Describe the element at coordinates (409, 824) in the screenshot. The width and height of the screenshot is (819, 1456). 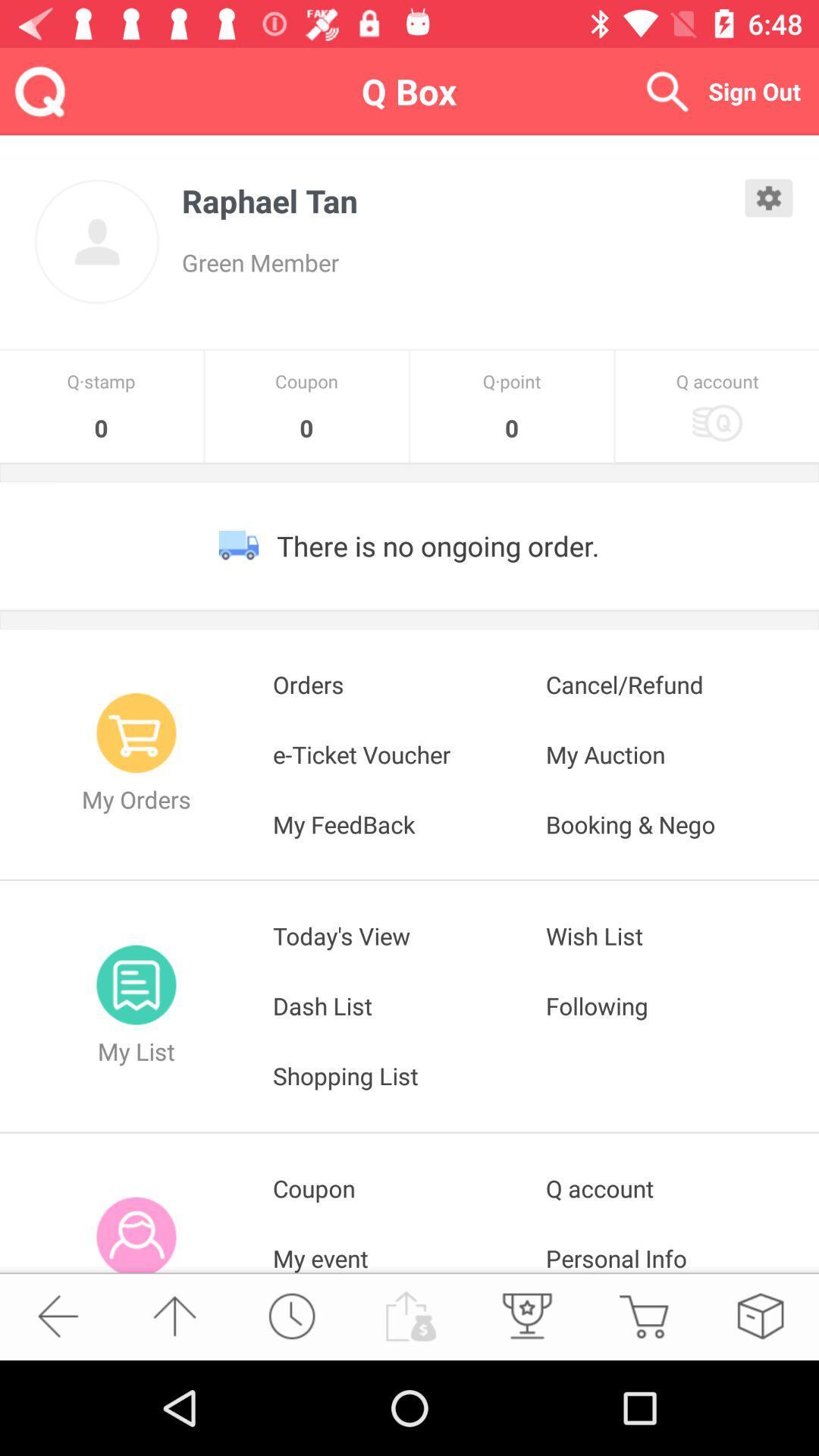
I see `the my feedback icon` at that location.